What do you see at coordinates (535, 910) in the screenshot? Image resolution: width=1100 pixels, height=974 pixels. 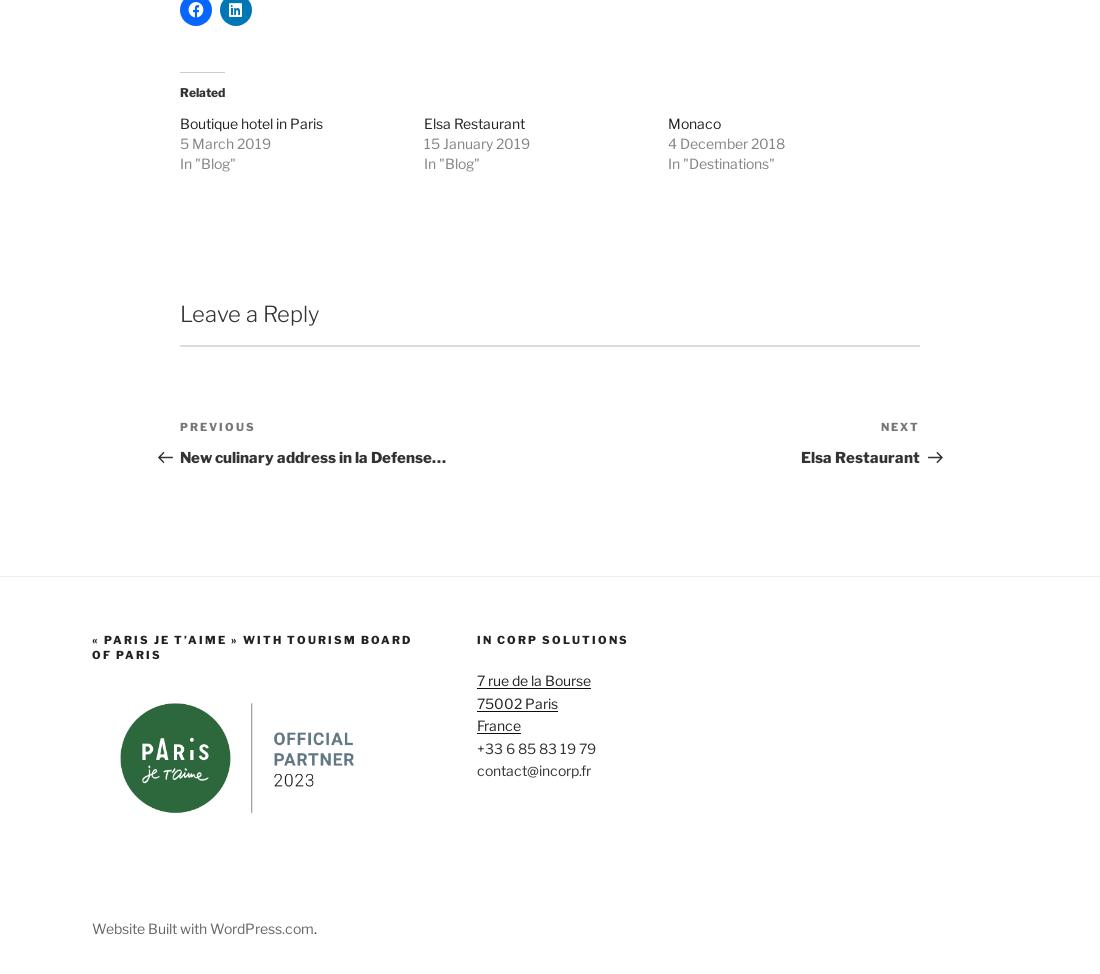 I see `'+33 6 85 83 19 79'` at bounding box center [535, 910].